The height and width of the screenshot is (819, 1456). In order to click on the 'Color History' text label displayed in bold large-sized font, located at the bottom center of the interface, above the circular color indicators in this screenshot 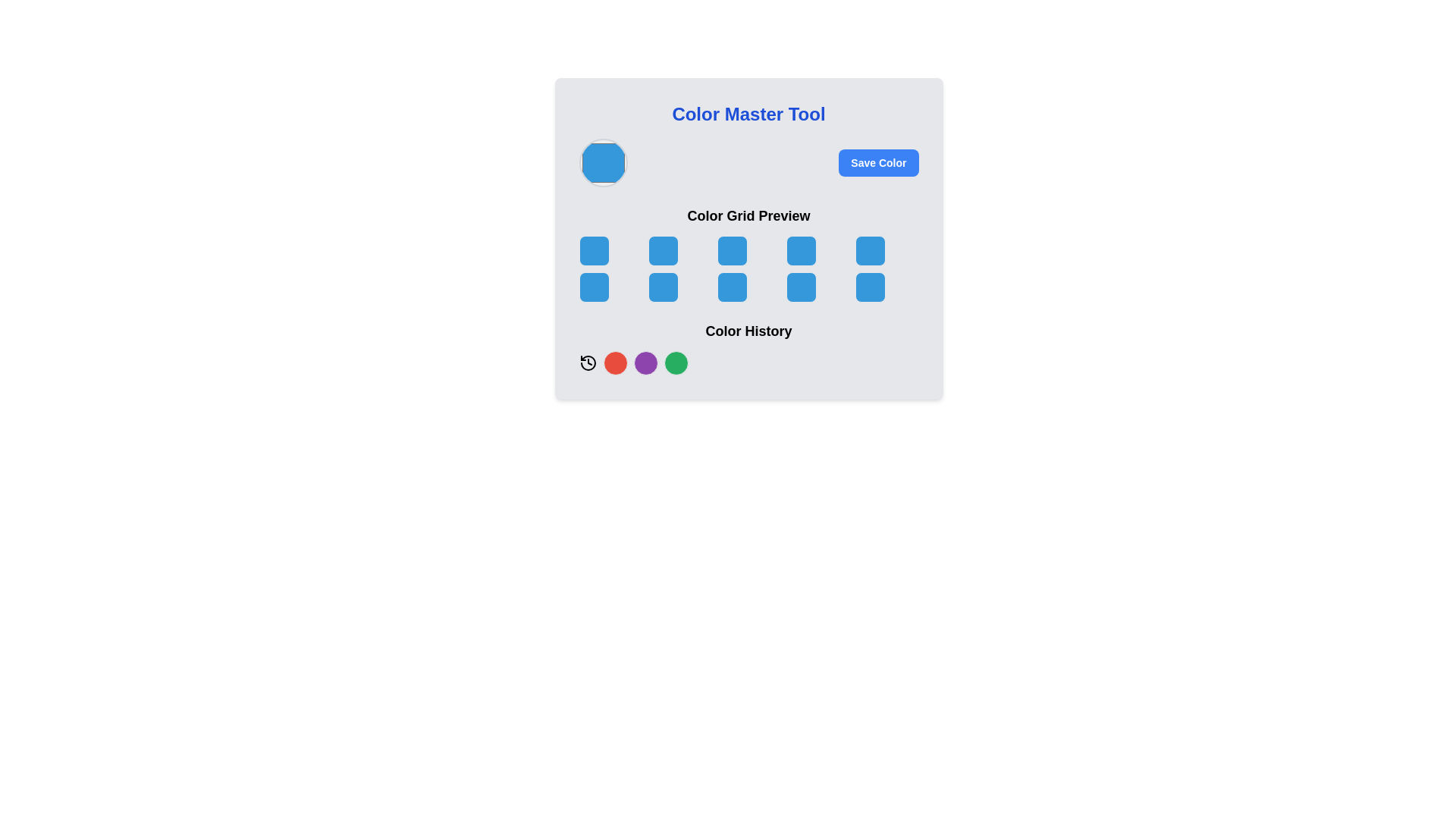, I will do `click(748, 330)`.